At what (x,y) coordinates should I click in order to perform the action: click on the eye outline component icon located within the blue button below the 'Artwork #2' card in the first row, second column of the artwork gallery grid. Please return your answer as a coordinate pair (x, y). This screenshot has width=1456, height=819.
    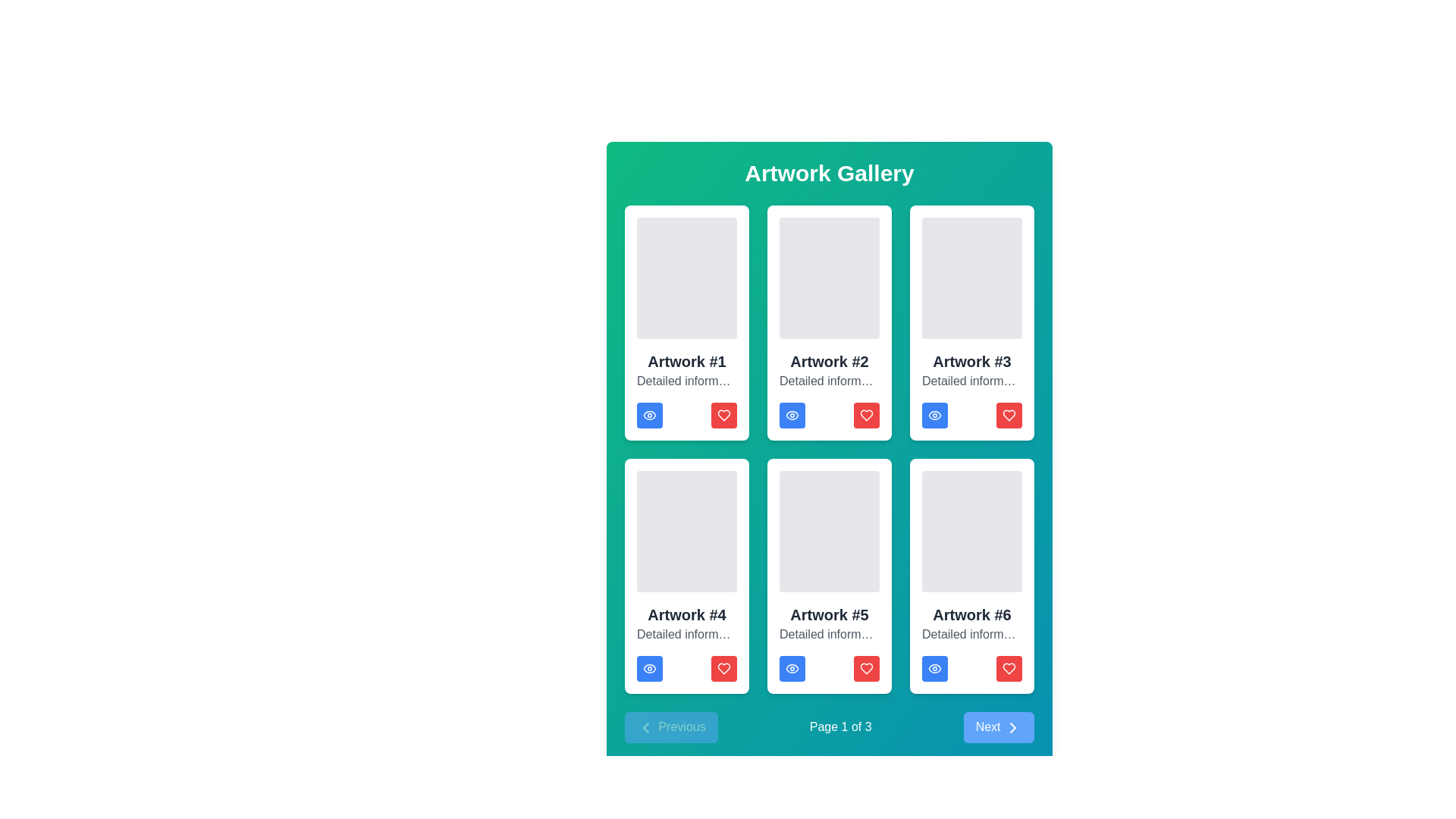
    Looking at the image, I should click on (792, 415).